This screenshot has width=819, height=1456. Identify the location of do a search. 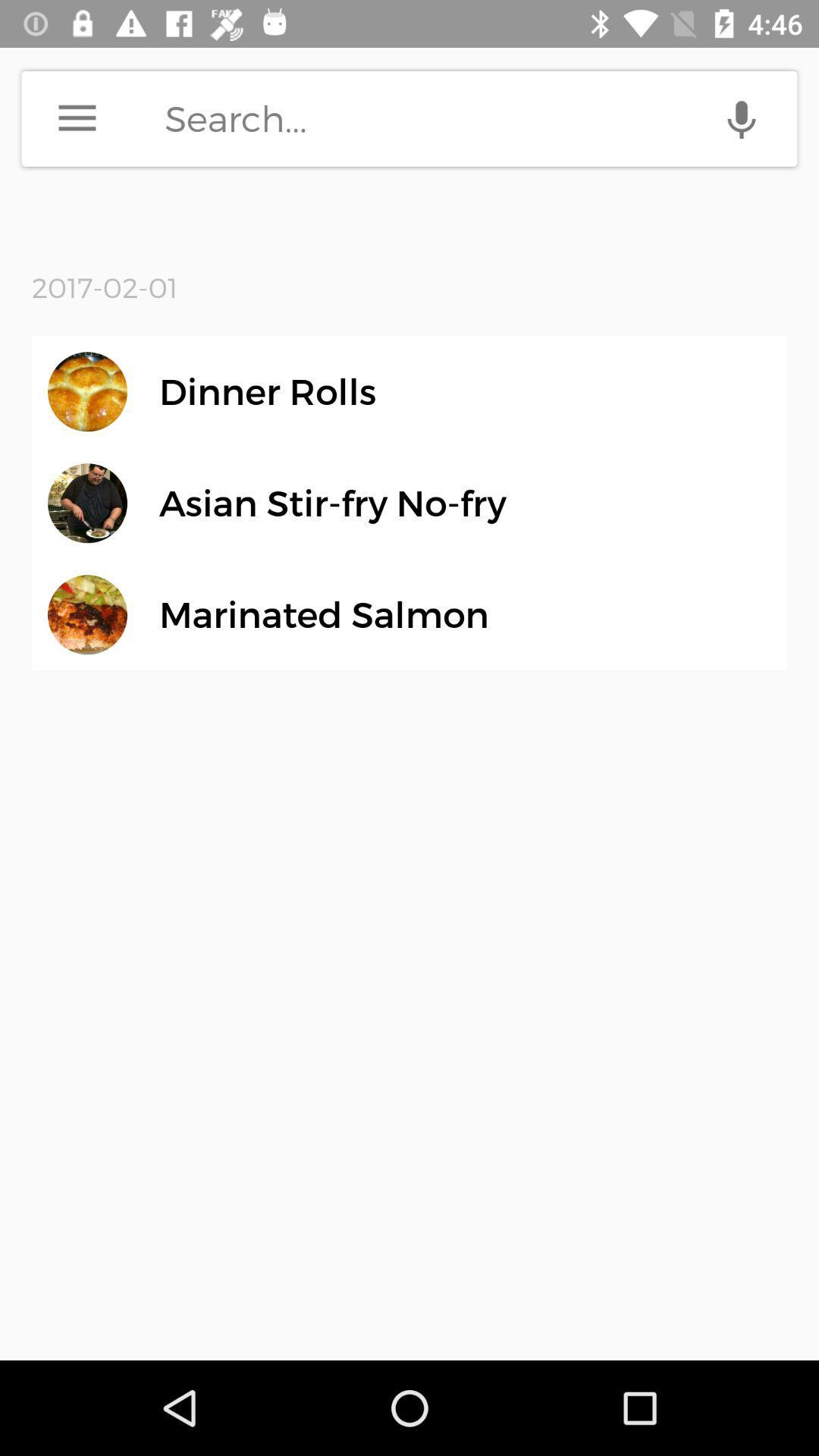
(481, 118).